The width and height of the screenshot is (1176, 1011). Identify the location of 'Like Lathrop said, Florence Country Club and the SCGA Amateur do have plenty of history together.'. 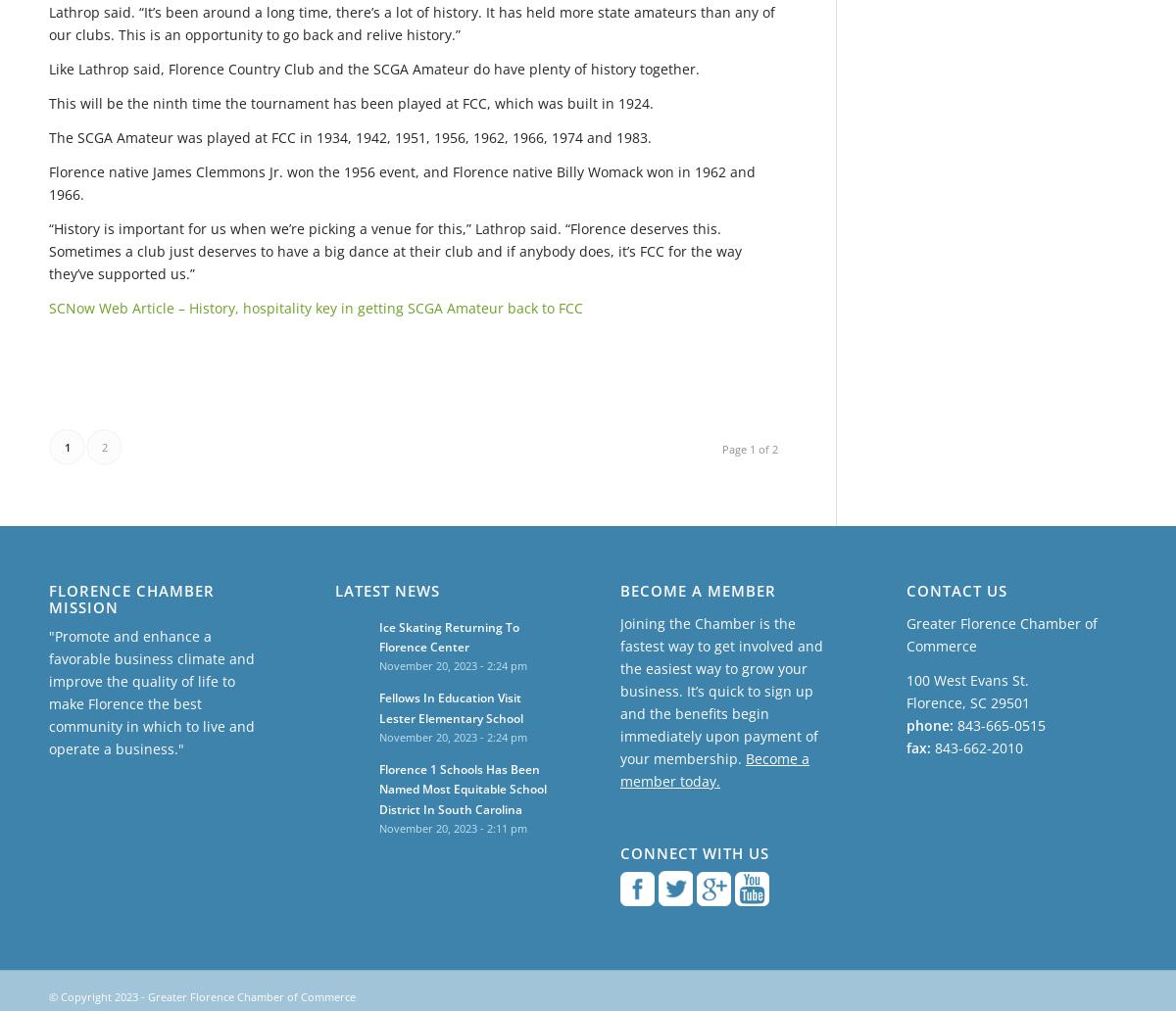
(373, 68).